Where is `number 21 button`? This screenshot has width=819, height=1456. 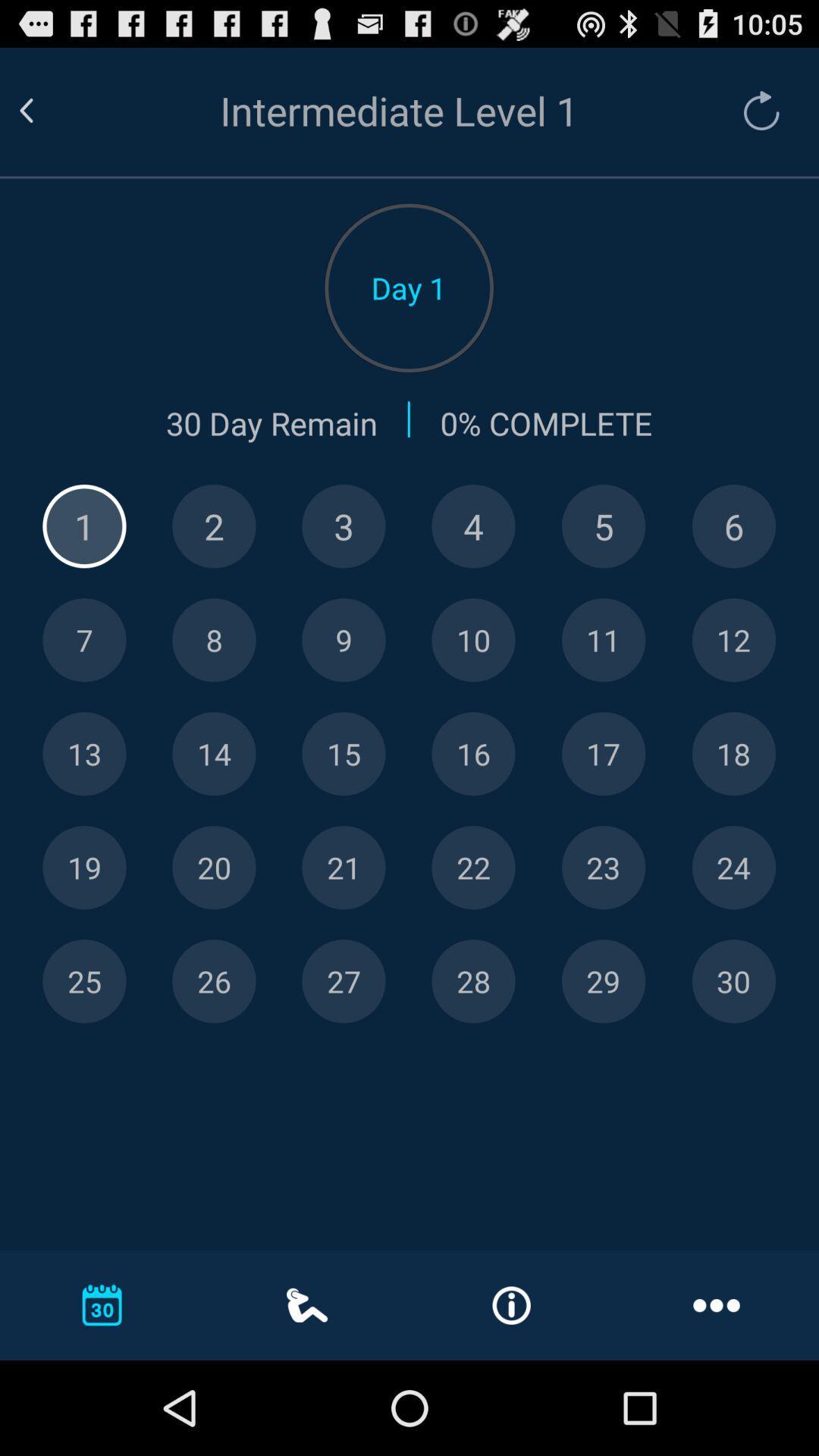
number 21 button is located at coordinates (344, 868).